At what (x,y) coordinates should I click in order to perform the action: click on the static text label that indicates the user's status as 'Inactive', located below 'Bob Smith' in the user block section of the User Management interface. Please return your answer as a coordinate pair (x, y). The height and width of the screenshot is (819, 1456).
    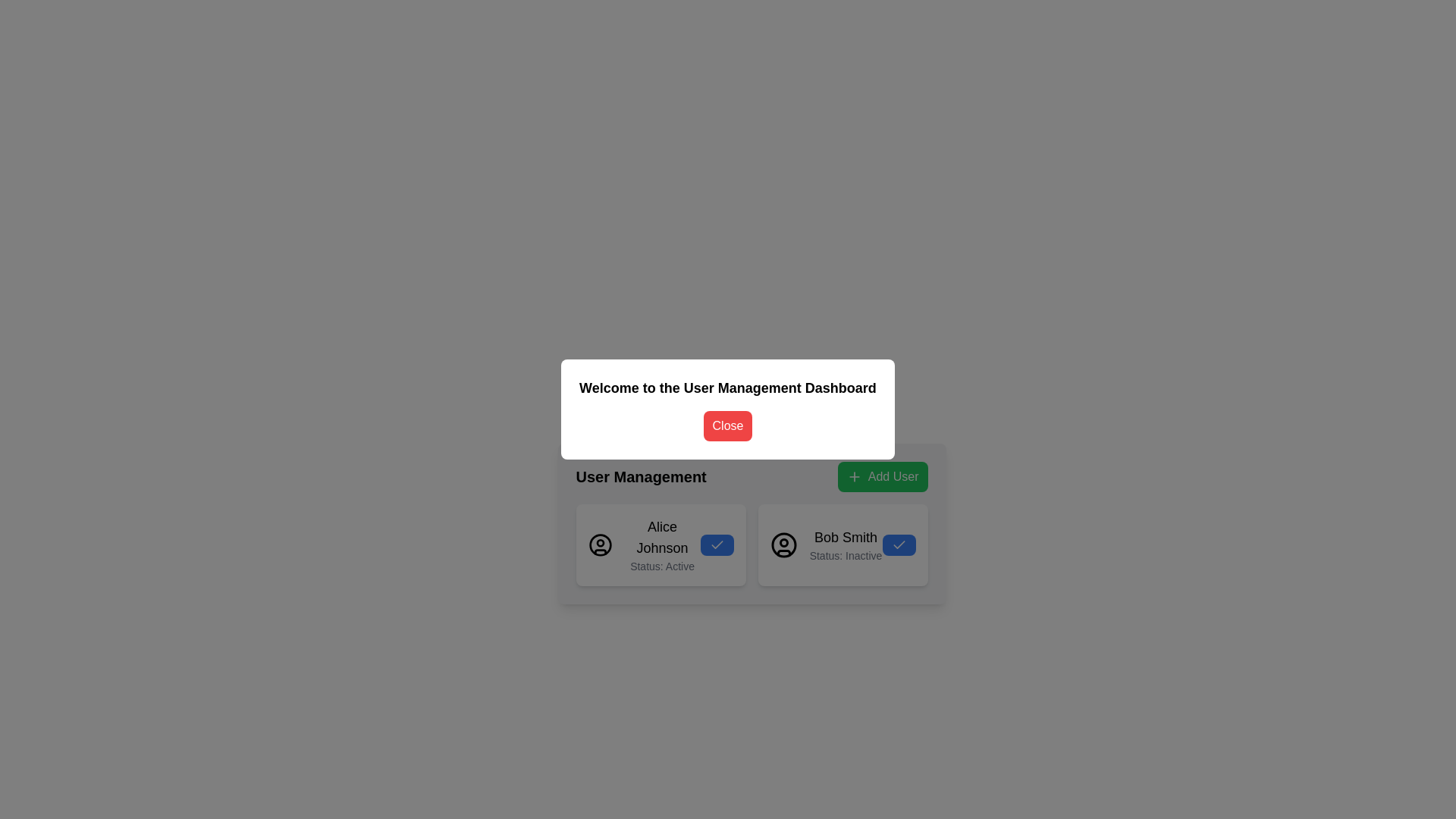
    Looking at the image, I should click on (845, 555).